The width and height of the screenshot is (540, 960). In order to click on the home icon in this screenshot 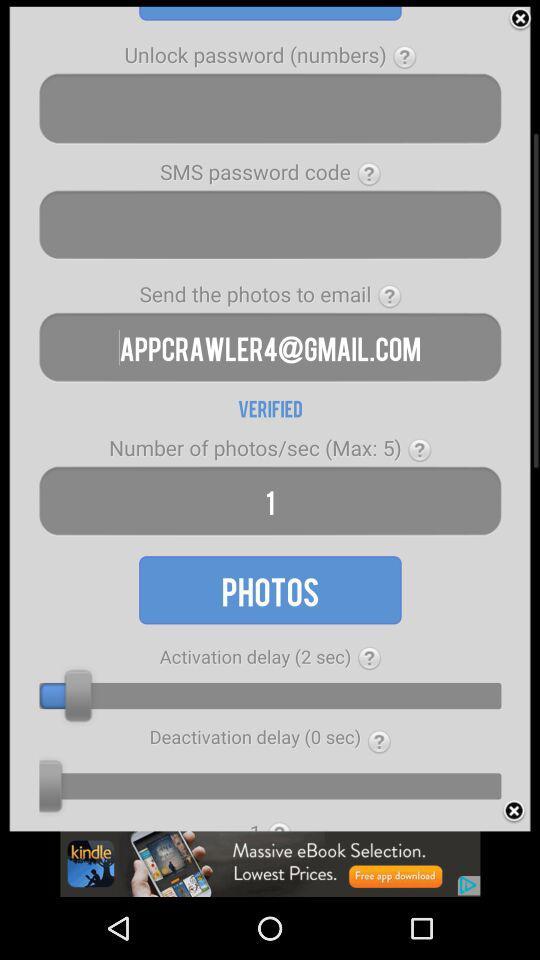, I will do `click(278, 883)`.